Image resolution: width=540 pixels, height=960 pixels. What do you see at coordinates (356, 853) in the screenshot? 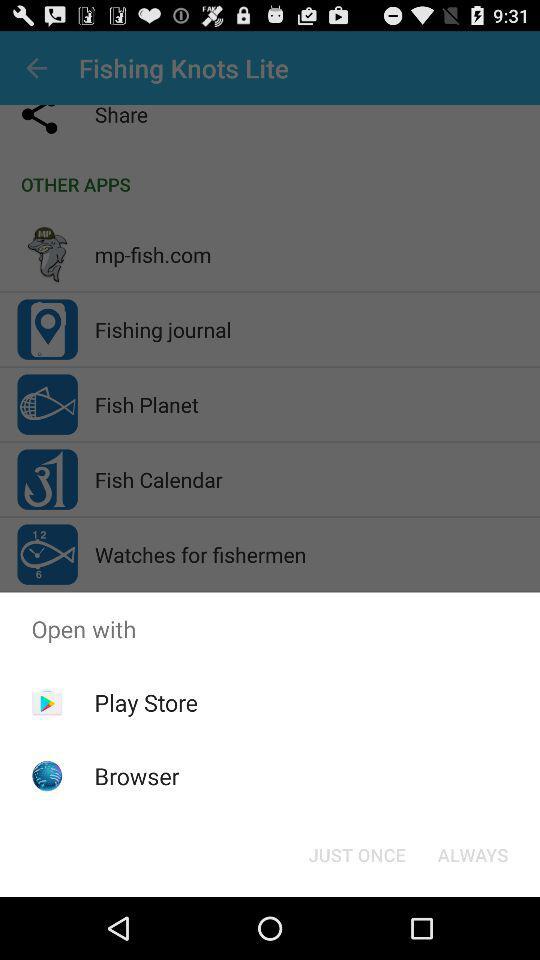
I see `item below open with app` at bounding box center [356, 853].